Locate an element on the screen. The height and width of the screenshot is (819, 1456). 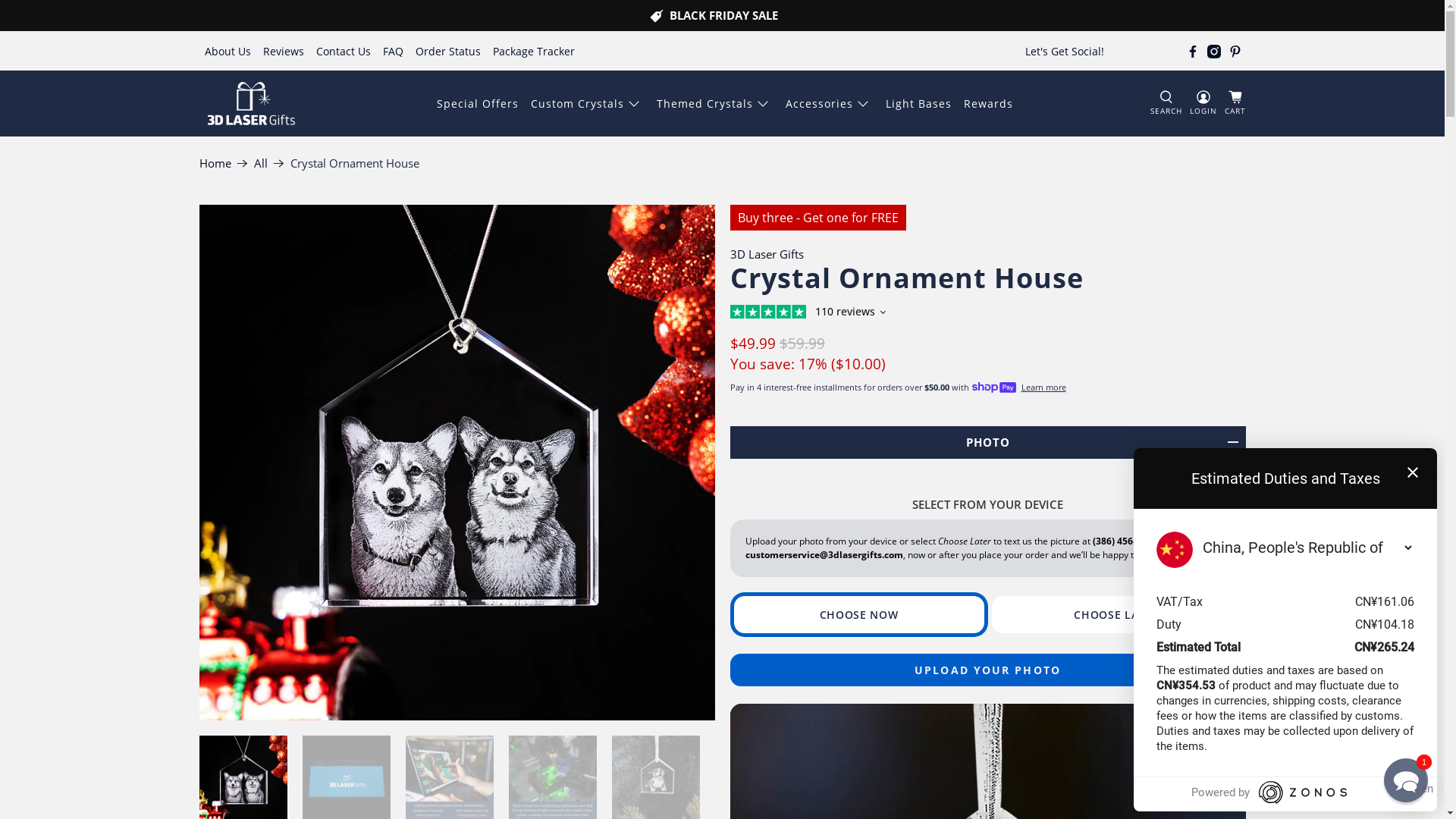
'Open Zonos Hello' is located at coordinates (1410, 790).